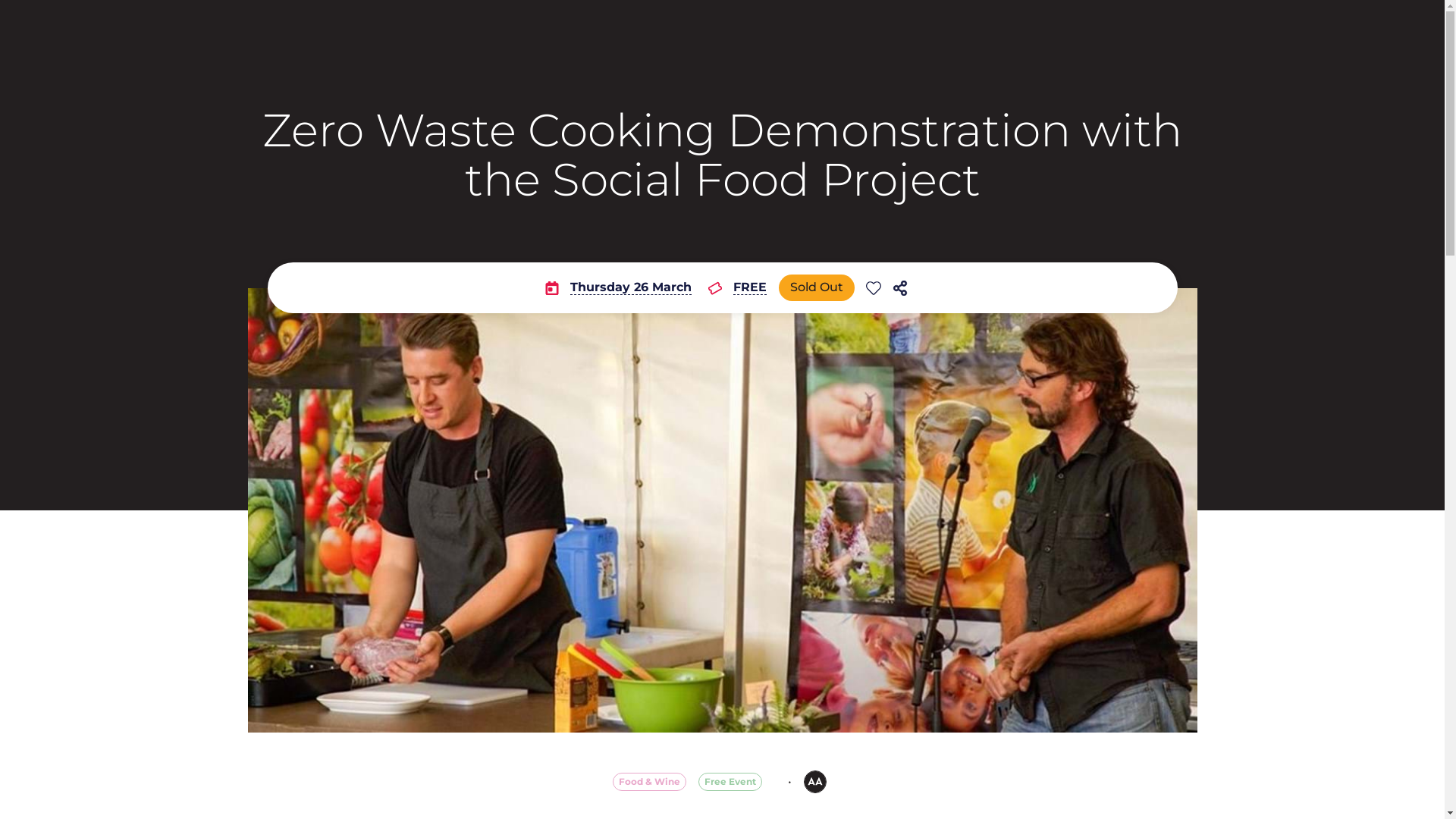 The height and width of the screenshot is (819, 1456). I want to click on 'Add event to favourites list', so click(866, 287).